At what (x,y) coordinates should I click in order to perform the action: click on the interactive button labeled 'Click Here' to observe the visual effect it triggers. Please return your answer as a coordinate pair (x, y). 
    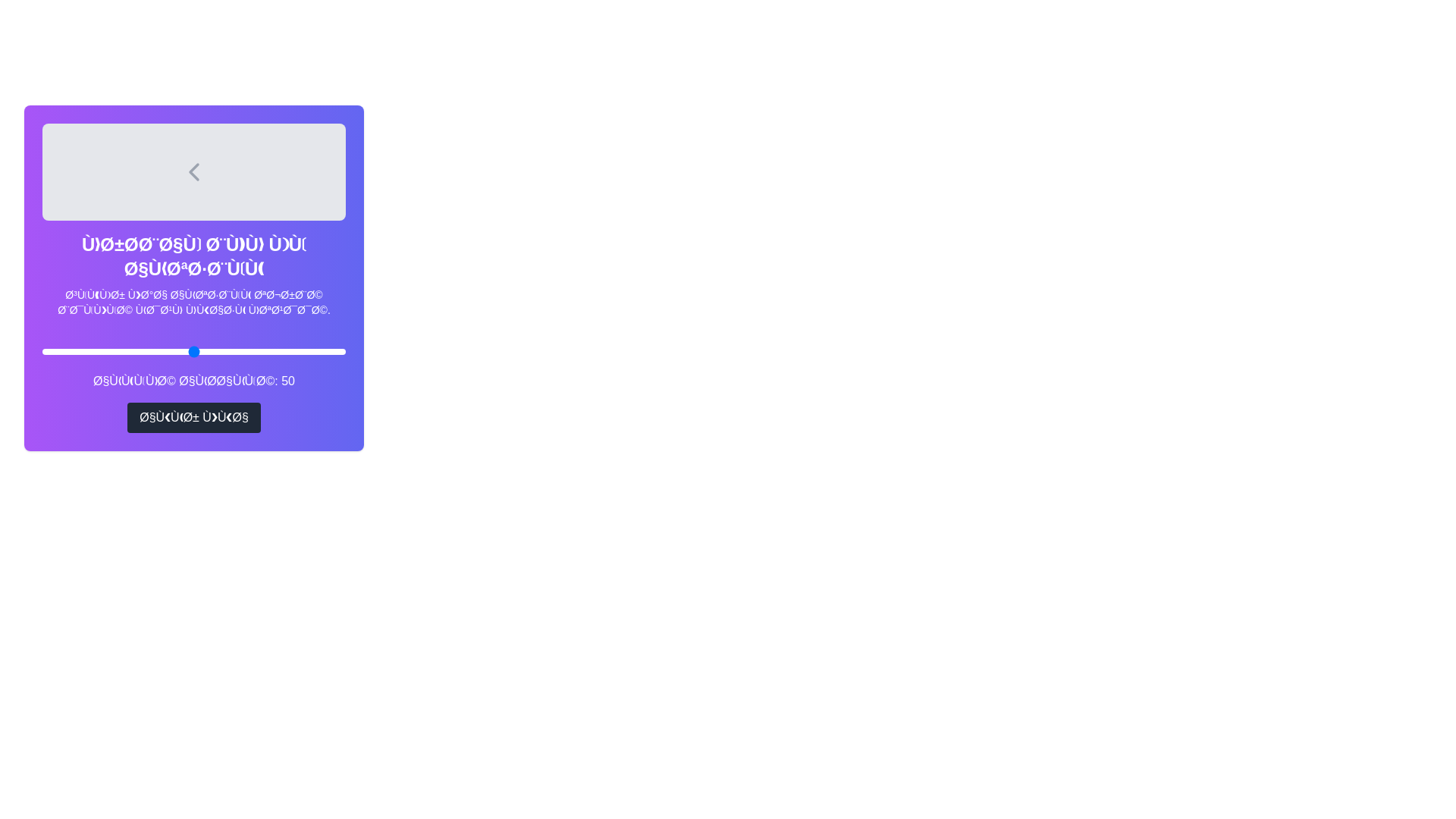
    Looking at the image, I should click on (193, 418).